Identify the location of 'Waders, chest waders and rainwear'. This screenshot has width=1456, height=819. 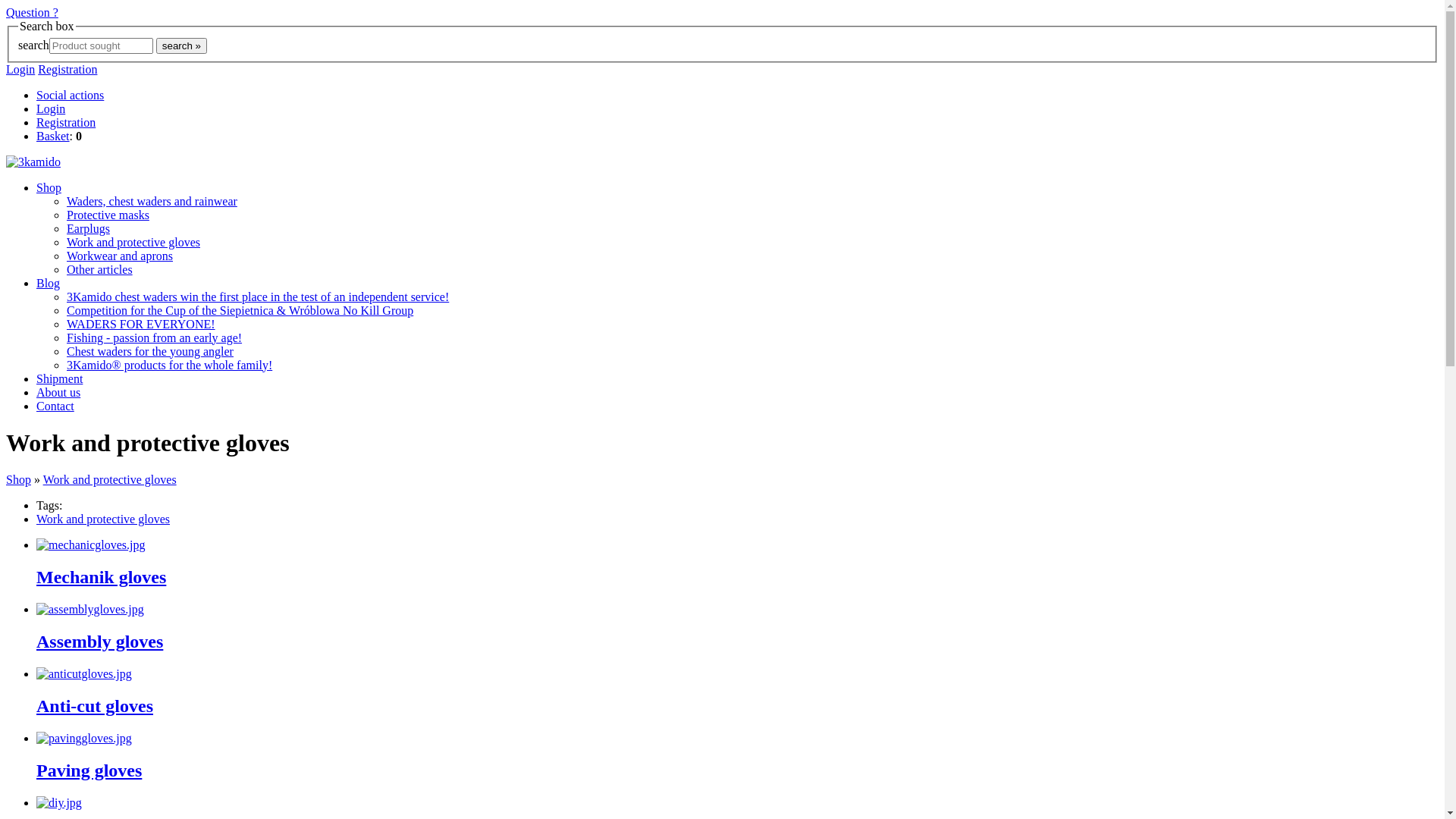
(65, 200).